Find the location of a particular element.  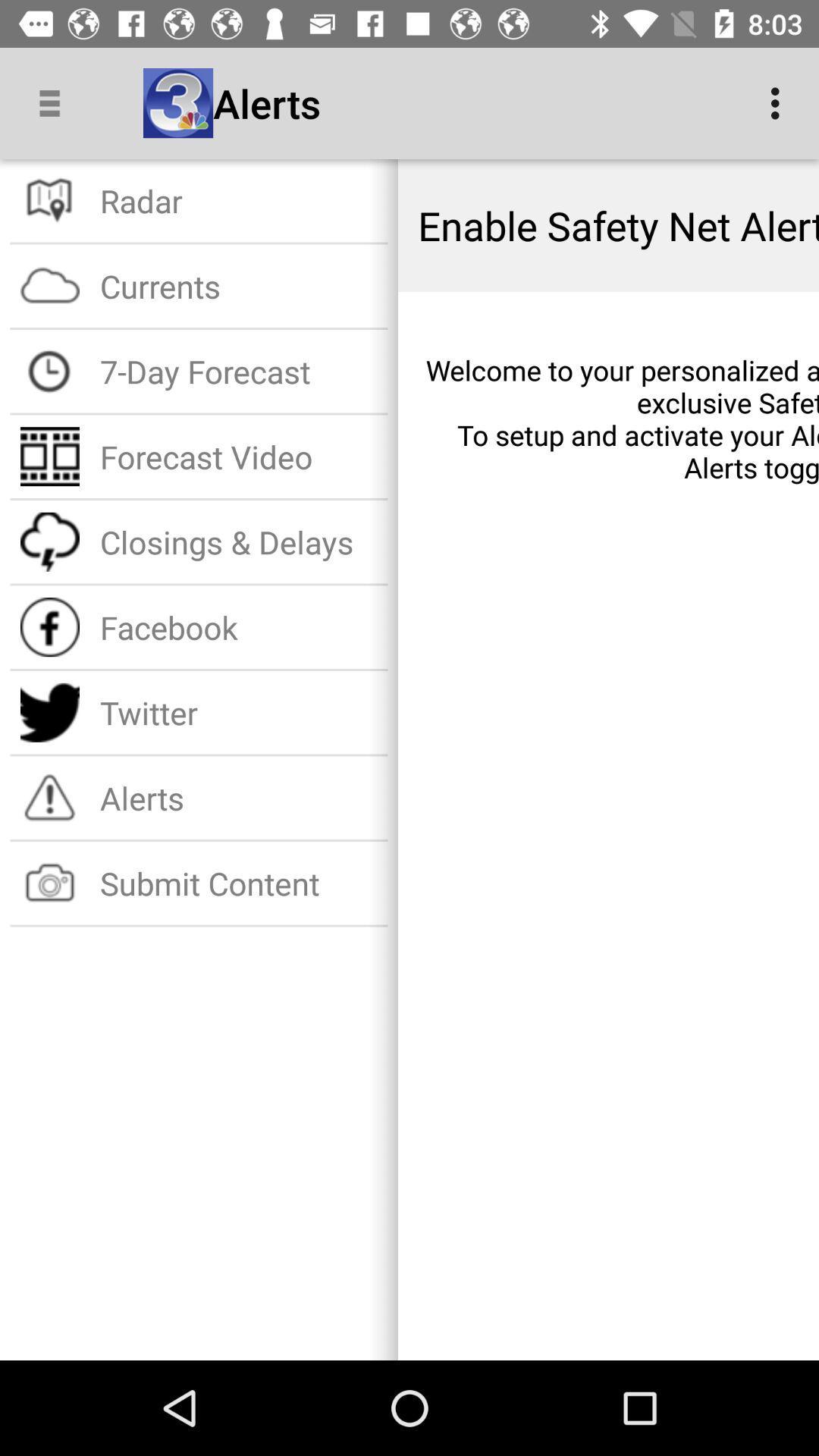

item below closings & delays icon is located at coordinates (239, 627).